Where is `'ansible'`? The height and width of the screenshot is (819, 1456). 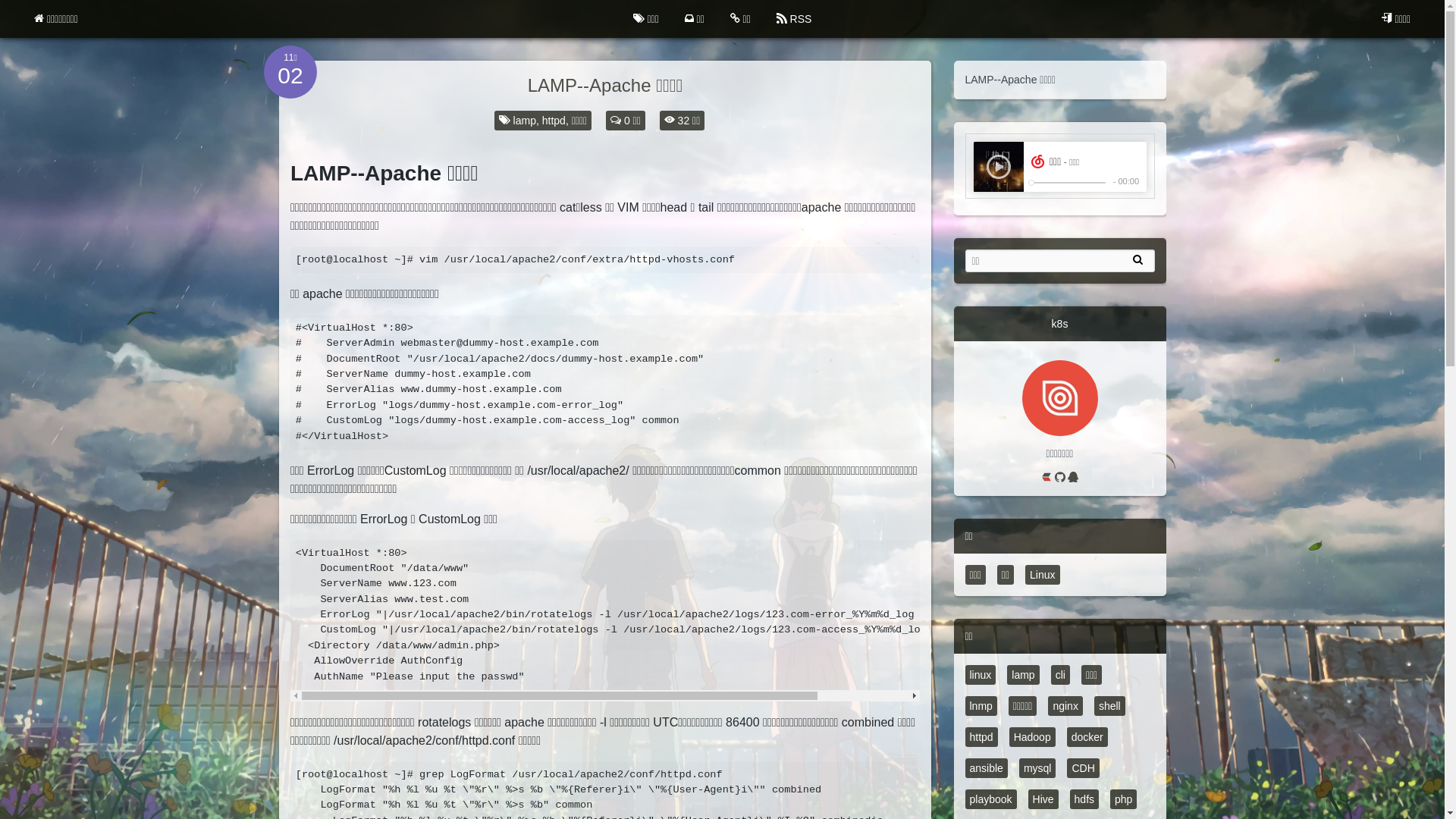
'ansible' is located at coordinates (986, 768).